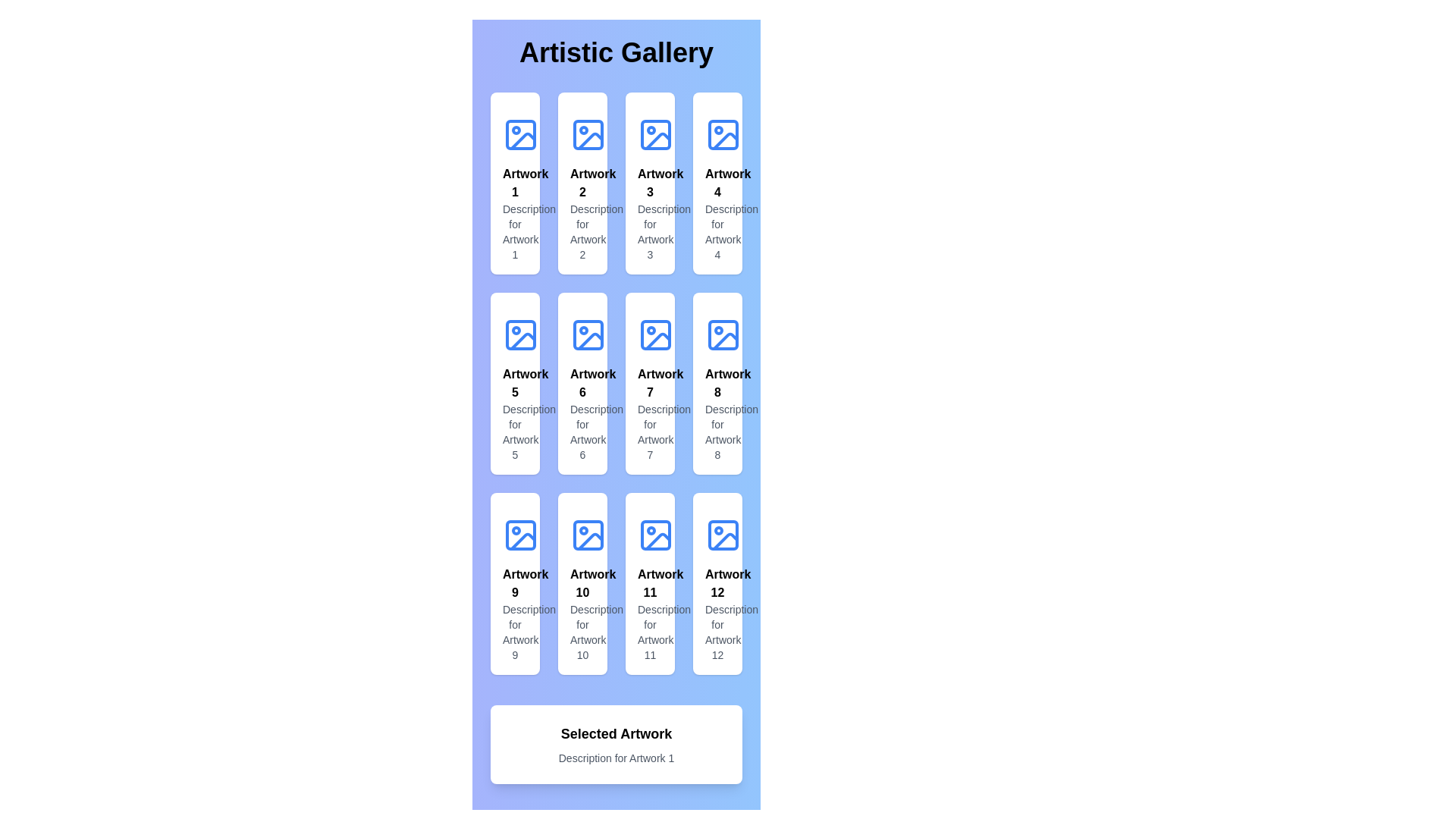  What do you see at coordinates (655, 334) in the screenshot?
I see `the artwork icon located in the third row and third column of the grid` at bounding box center [655, 334].